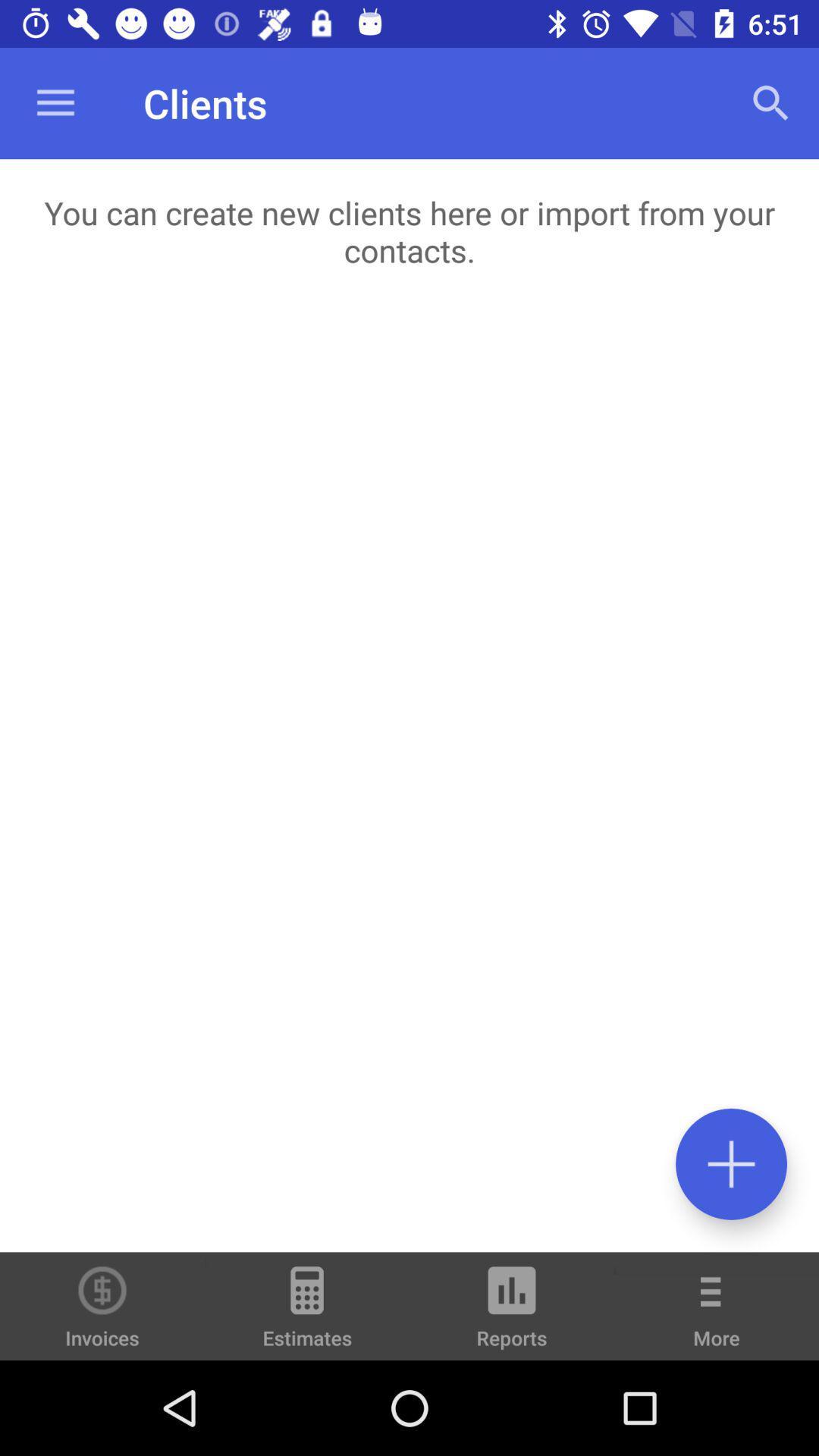  Describe the element at coordinates (771, 102) in the screenshot. I see `icon to the right of the clients` at that location.